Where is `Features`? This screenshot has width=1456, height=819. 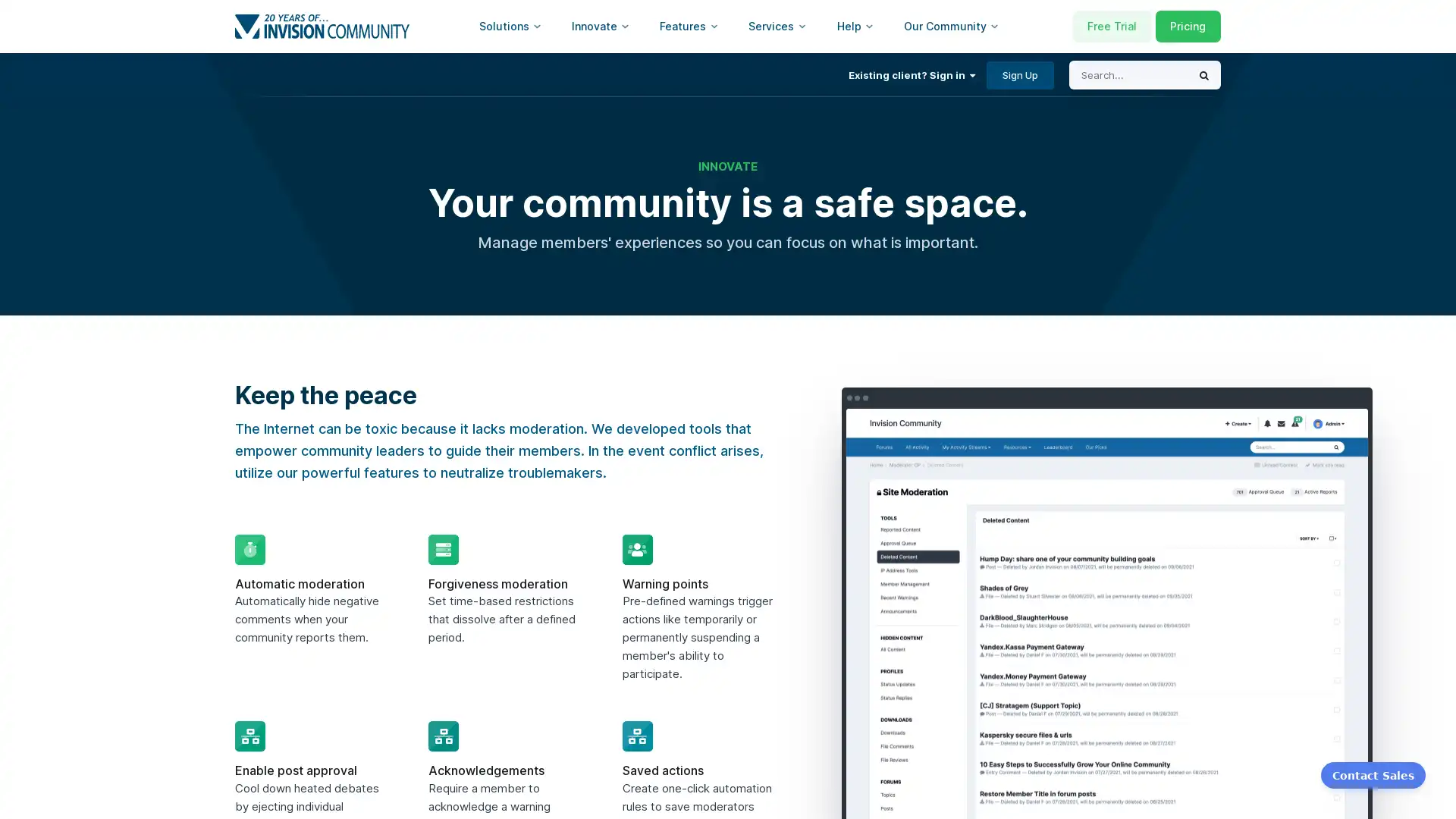
Features is located at coordinates (688, 26).